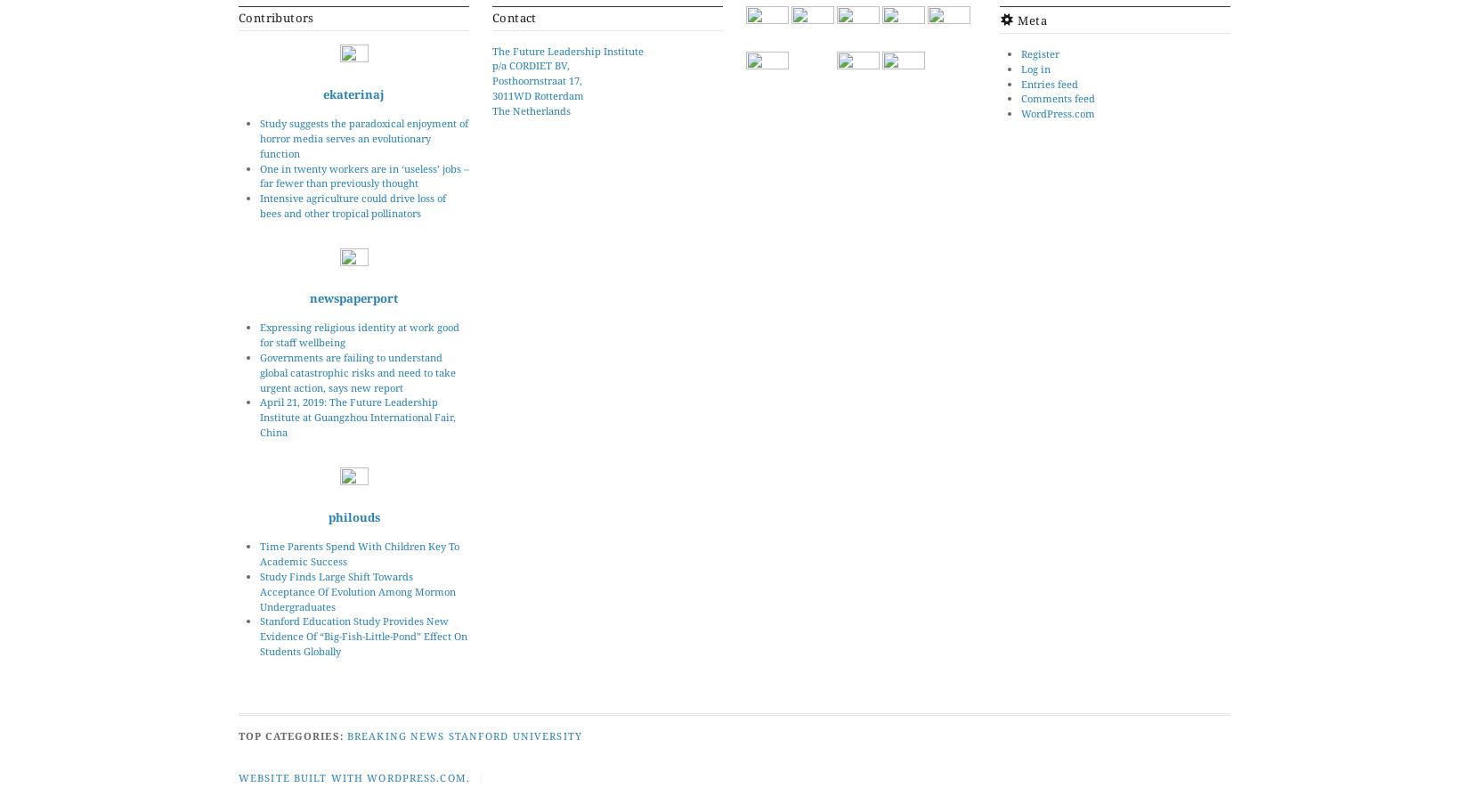  I want to click on '.', so click(468, 776).